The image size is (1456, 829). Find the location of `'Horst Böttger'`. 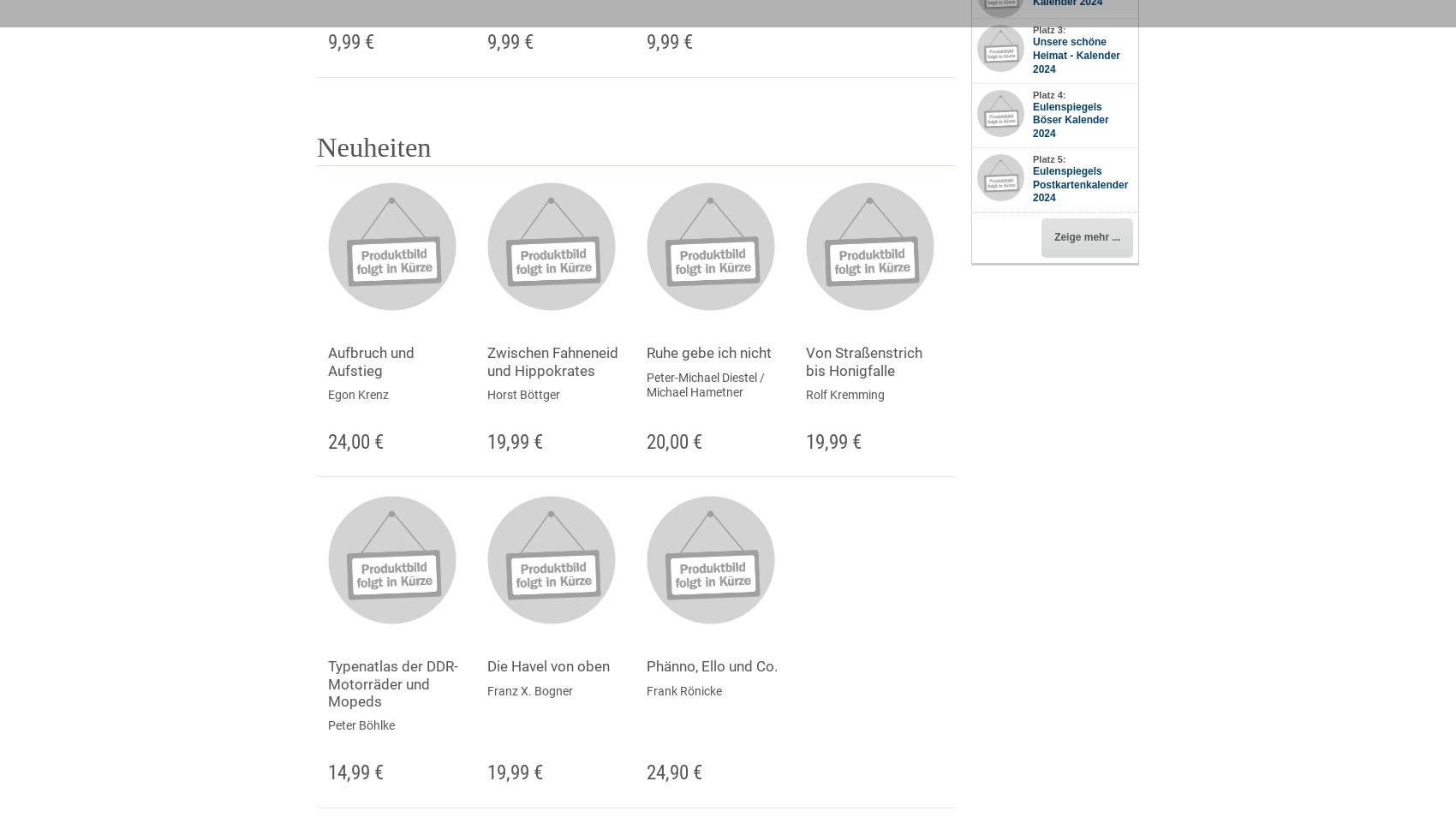

'Horst Böttger' is located at coordinates (522, 392).